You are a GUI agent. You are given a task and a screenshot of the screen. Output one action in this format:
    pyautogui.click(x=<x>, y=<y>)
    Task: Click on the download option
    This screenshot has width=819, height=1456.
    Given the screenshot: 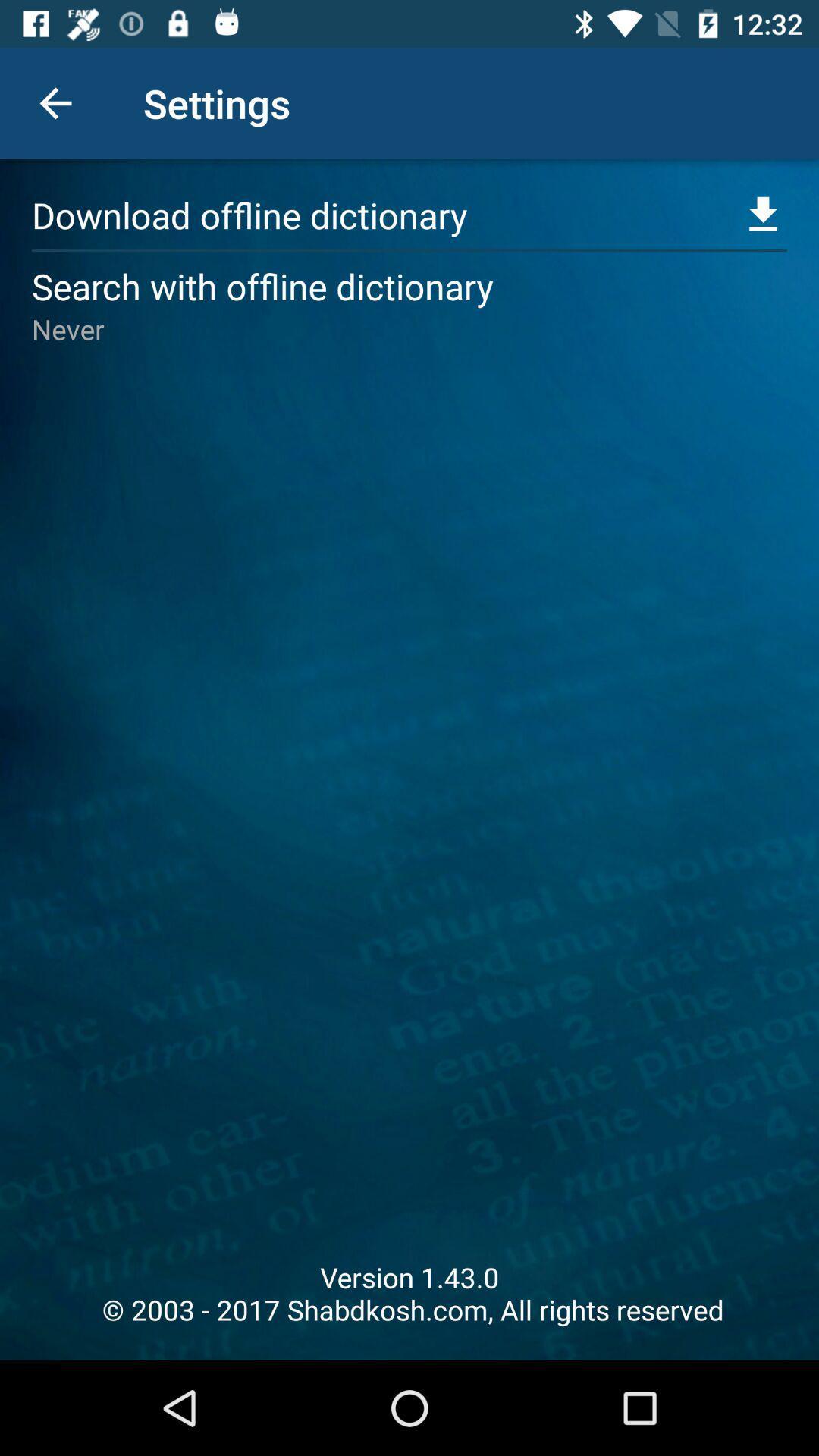 What is the action you would take?
    pyautogui.click(x=763, y=214)
    